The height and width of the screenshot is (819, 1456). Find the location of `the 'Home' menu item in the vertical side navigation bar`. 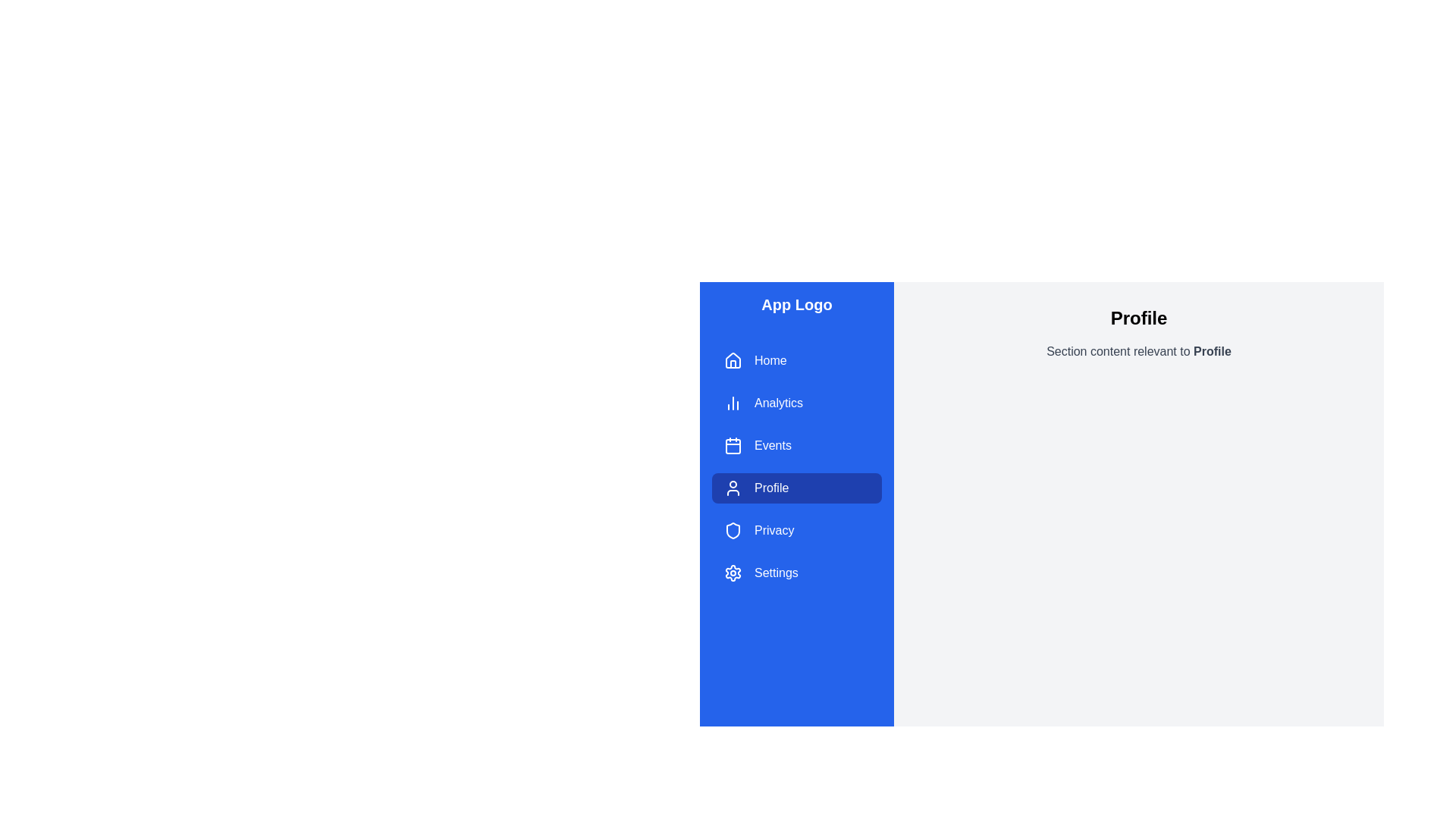

the 'Home' menu item in the vertical side navigation bar is located at coordinates (796, 360).